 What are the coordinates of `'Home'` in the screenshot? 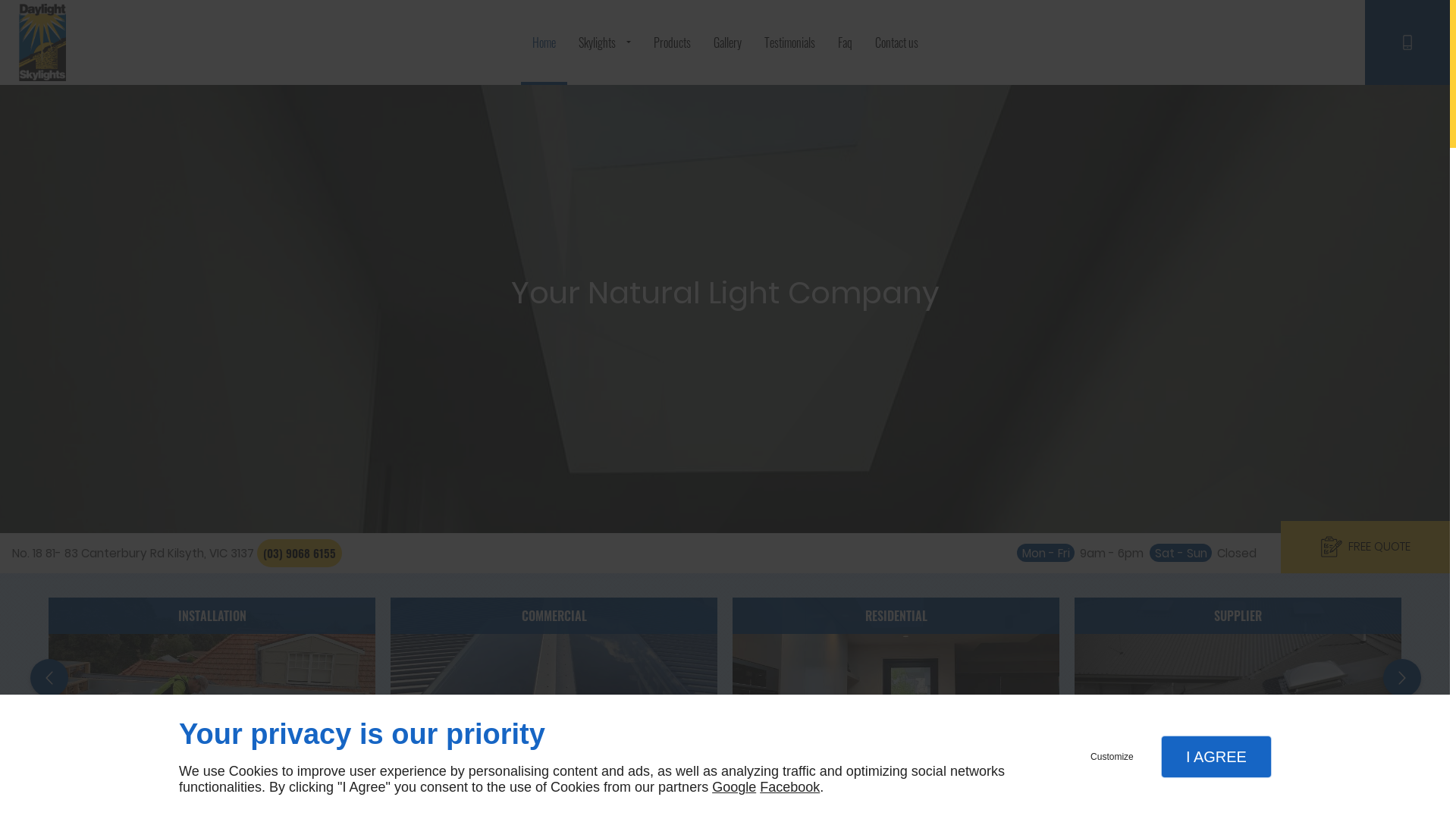 It's located at (543, 42).